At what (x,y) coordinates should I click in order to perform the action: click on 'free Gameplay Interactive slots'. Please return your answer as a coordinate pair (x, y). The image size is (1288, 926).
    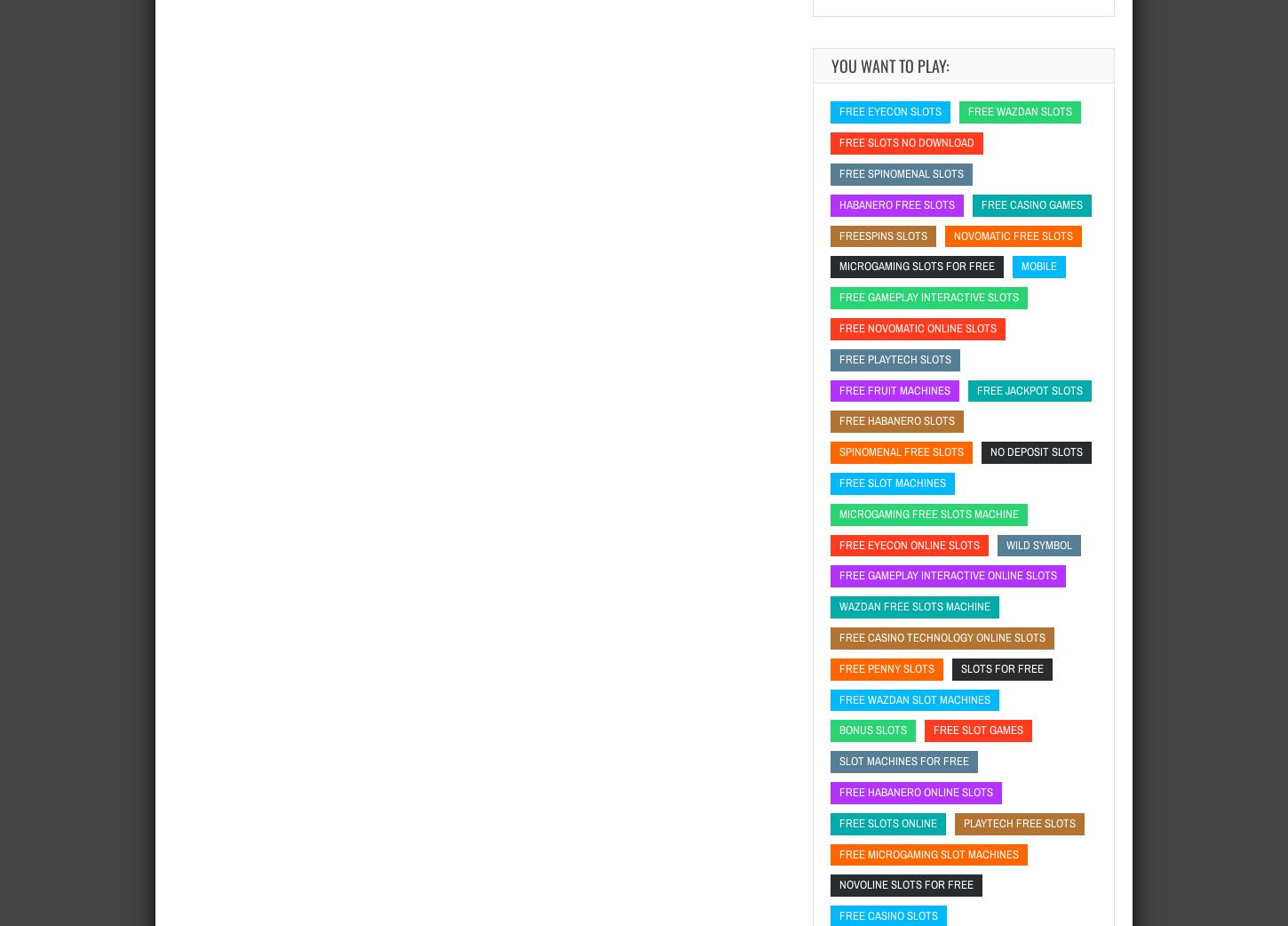
    Looking at the image, I should click on (929, 297).